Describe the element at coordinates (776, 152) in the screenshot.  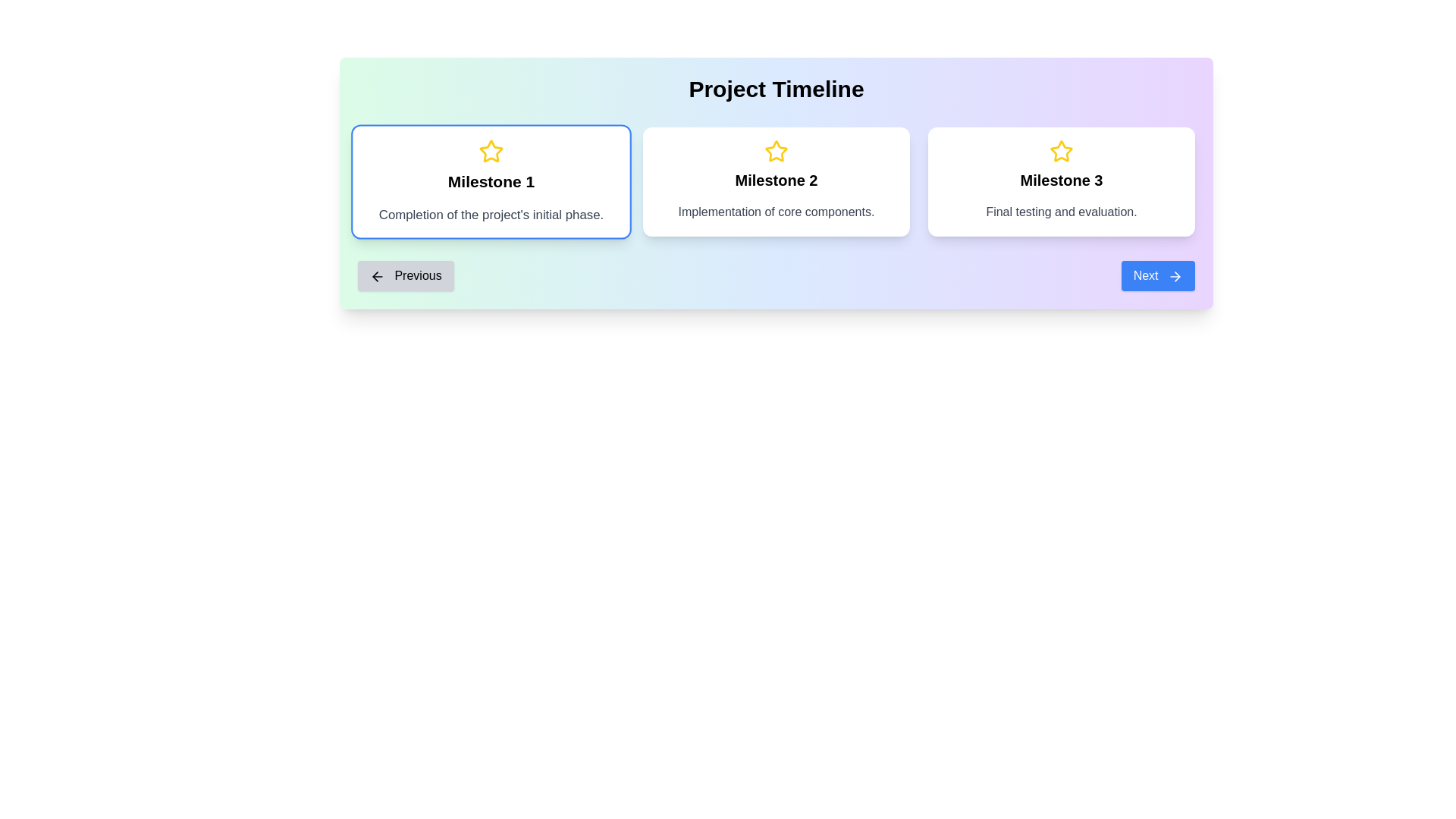
I see `the yellow star icon with a bold outline and hollow interior located at the top-center of the 'Milestone 2' card in the 'Project Timeline' section` at that location.